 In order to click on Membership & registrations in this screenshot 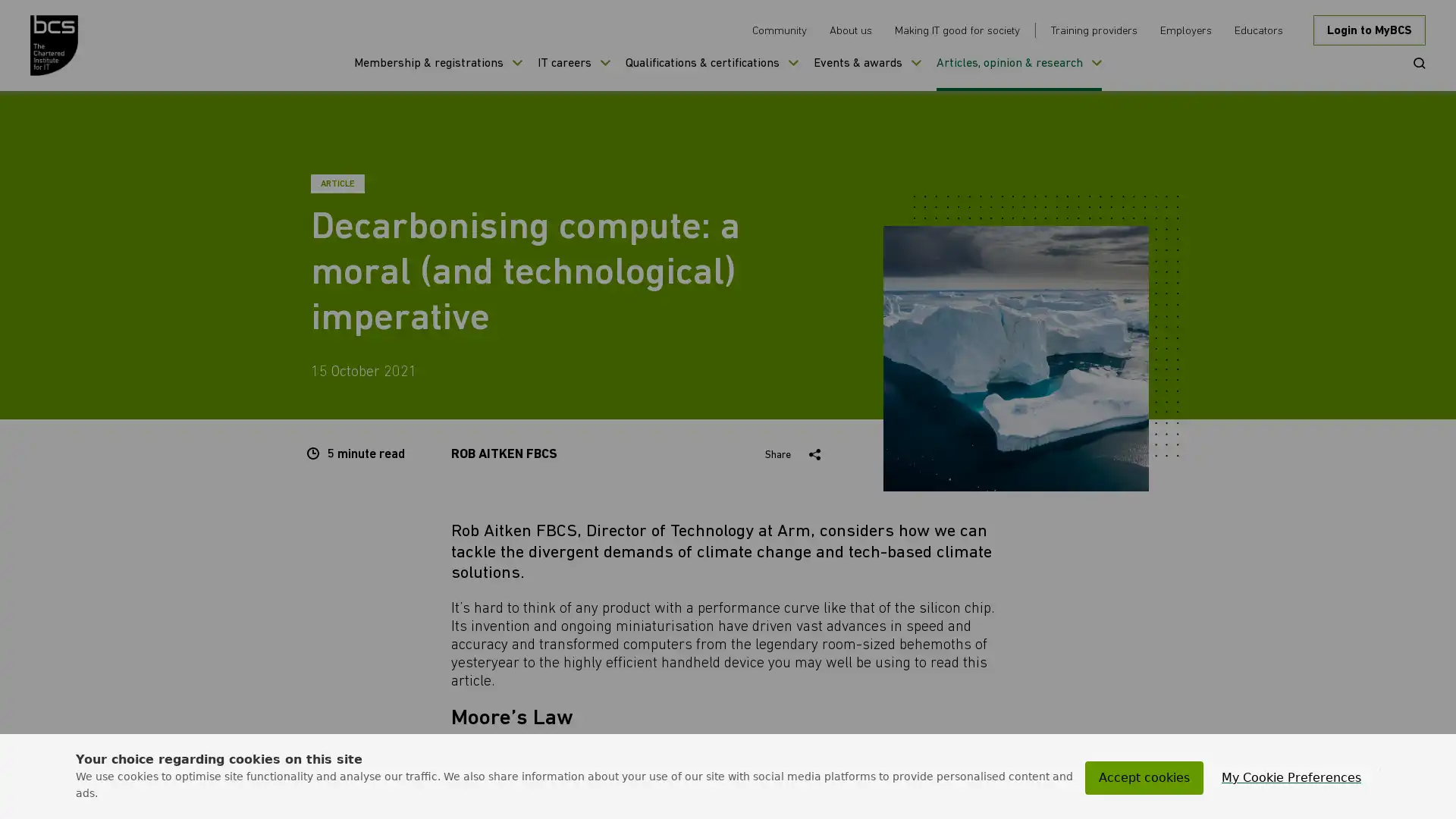, I will do `click(437, 73)`.